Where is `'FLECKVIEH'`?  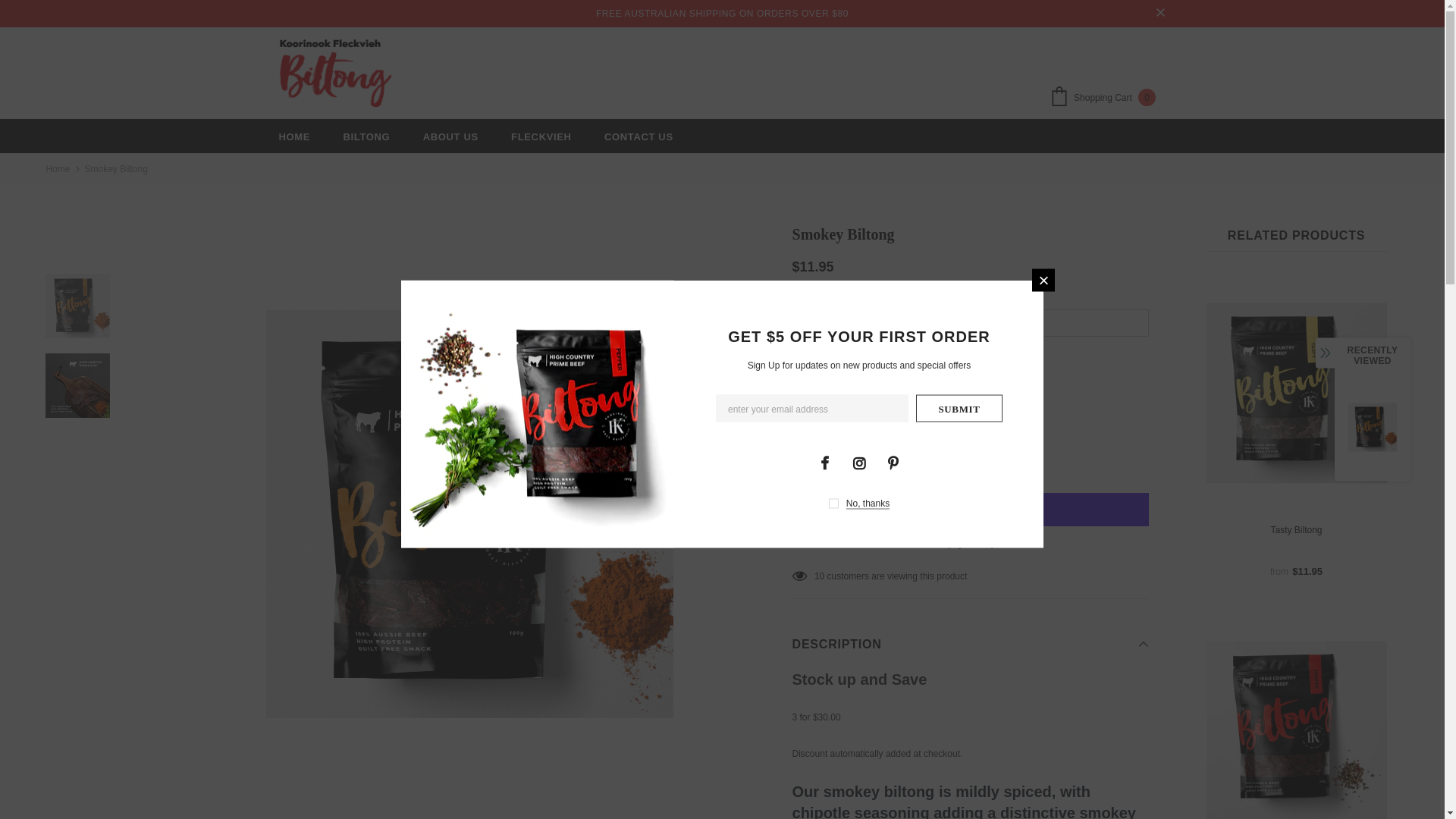
'FLECKVIEH' is located at coordinates (510, 135).